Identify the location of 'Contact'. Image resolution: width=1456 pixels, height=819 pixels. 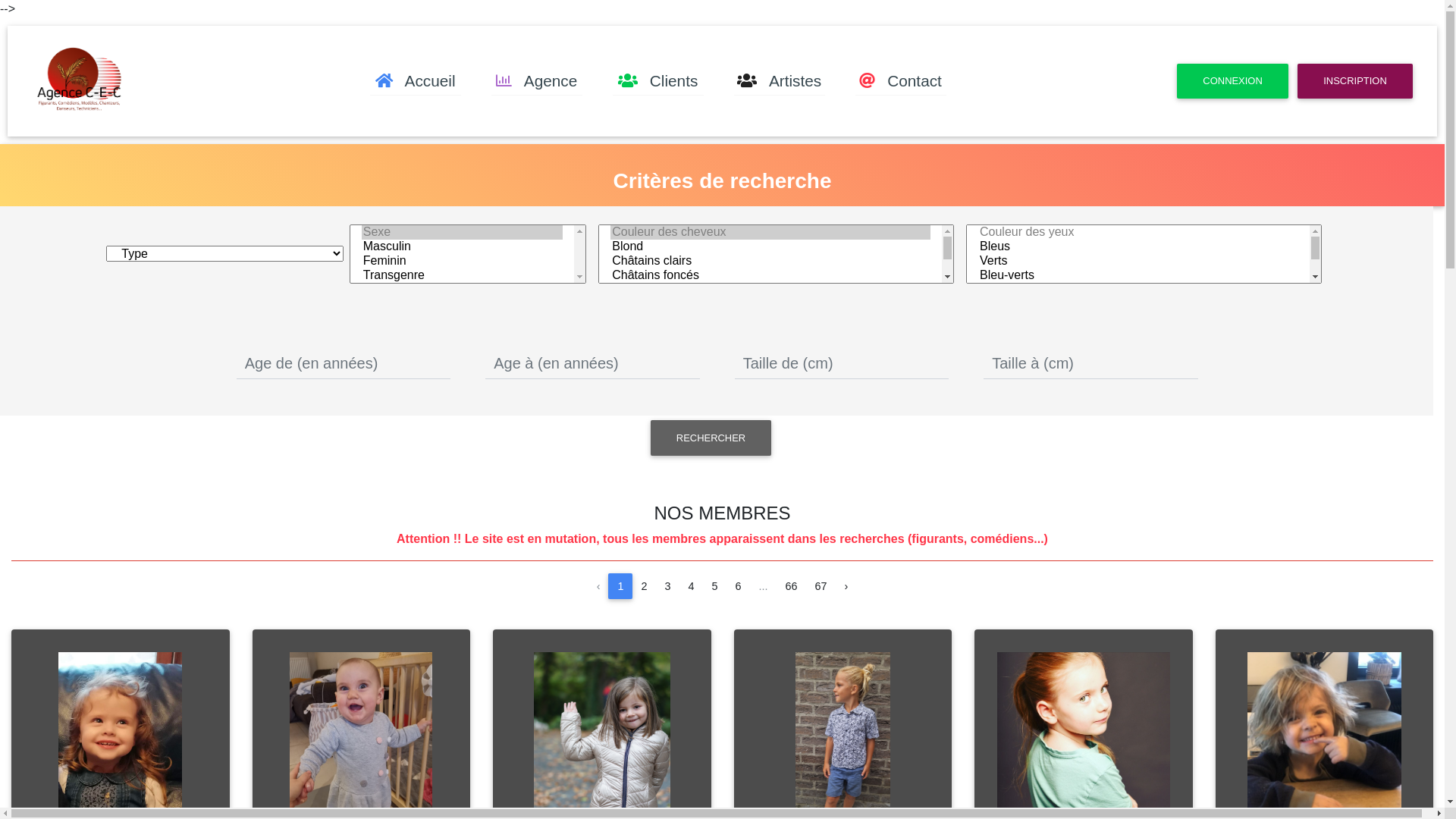
(901, 81).